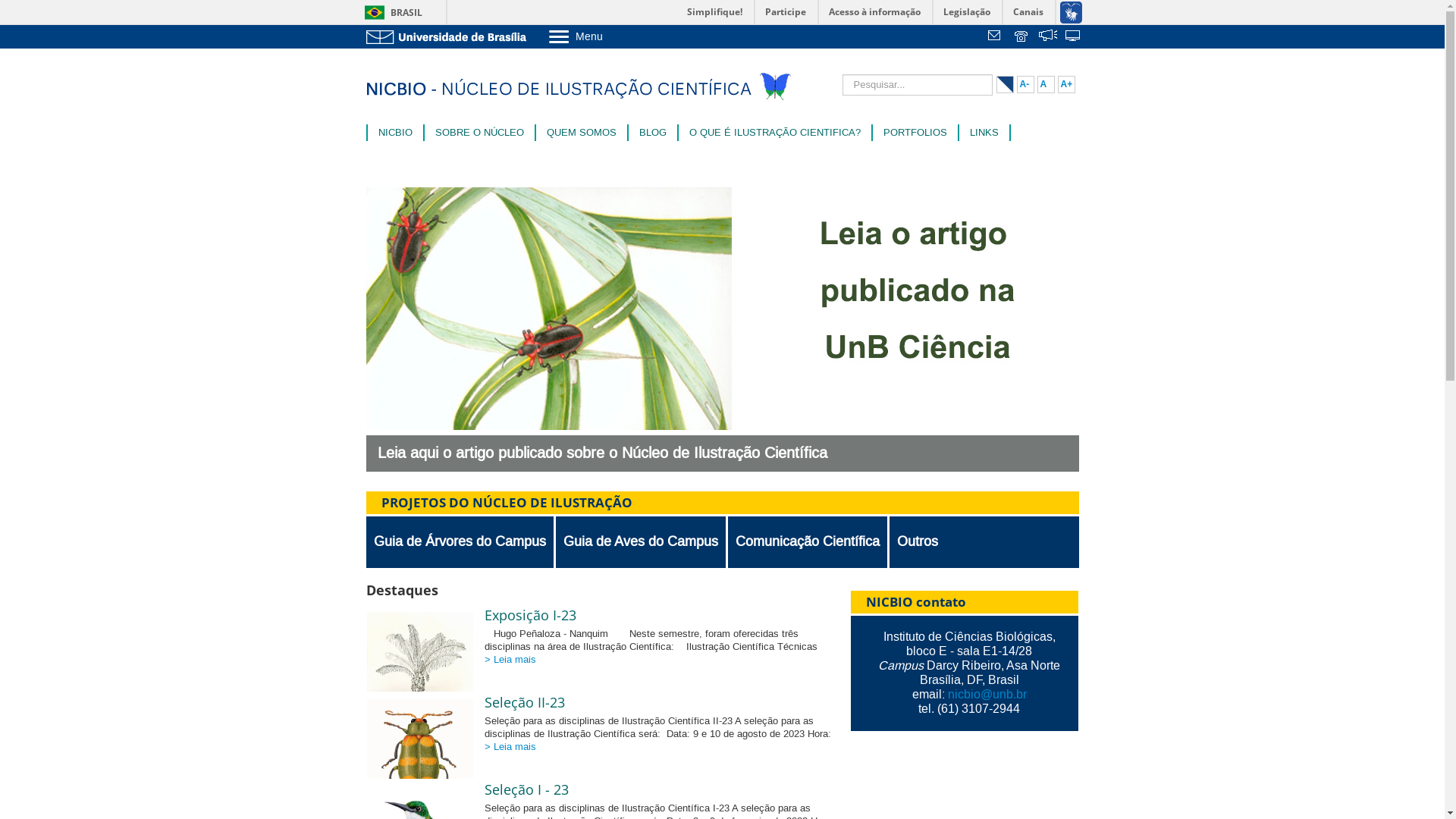  Describe the element at coordinates (916, 541) in the screenshot. I see `'Outros'` at that location.